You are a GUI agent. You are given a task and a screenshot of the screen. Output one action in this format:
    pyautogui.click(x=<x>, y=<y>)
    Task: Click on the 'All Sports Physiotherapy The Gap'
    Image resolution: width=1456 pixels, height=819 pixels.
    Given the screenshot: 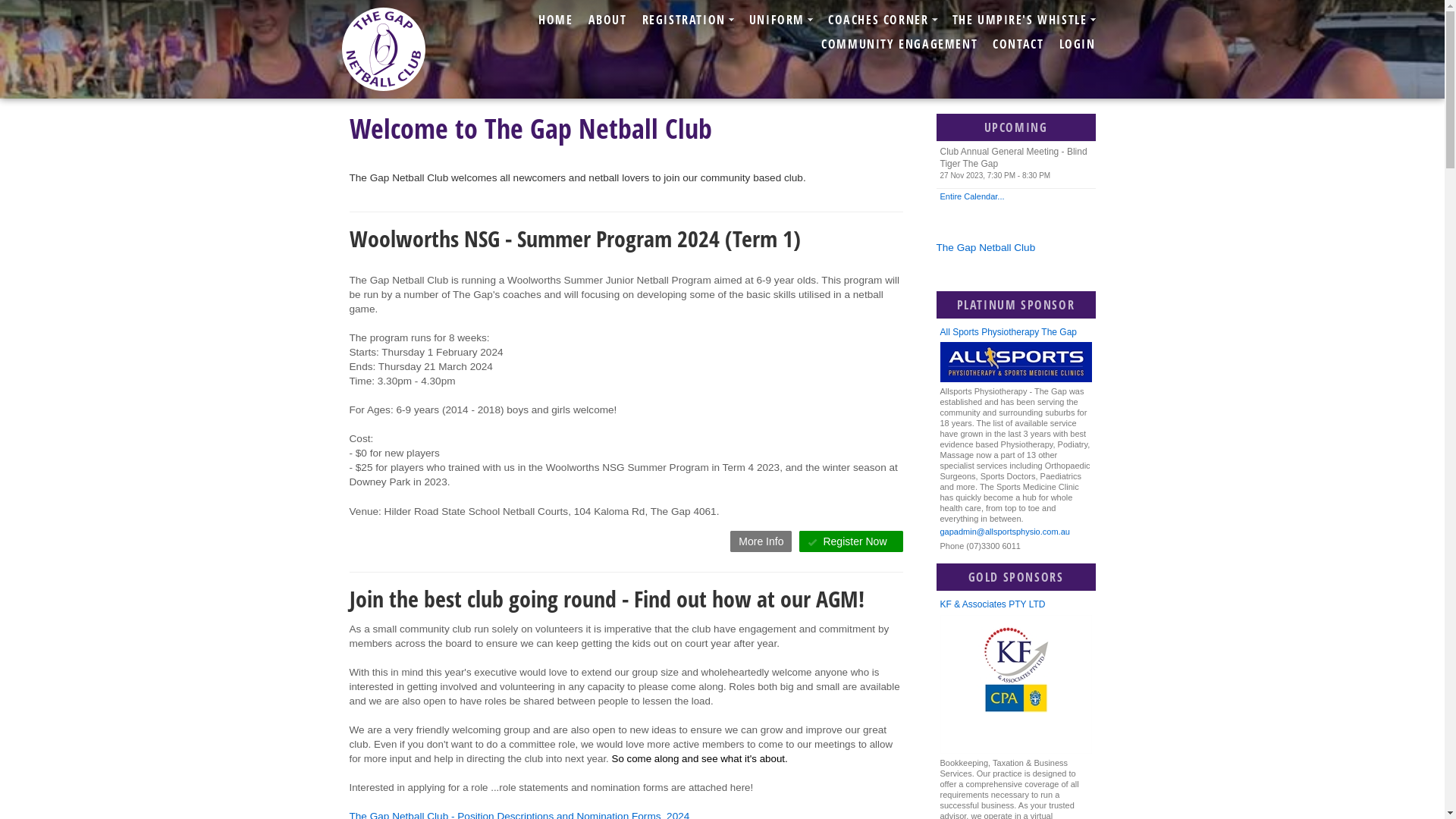 What is the action you would take?
    pyautogui.click(x=1015, y=332)
    